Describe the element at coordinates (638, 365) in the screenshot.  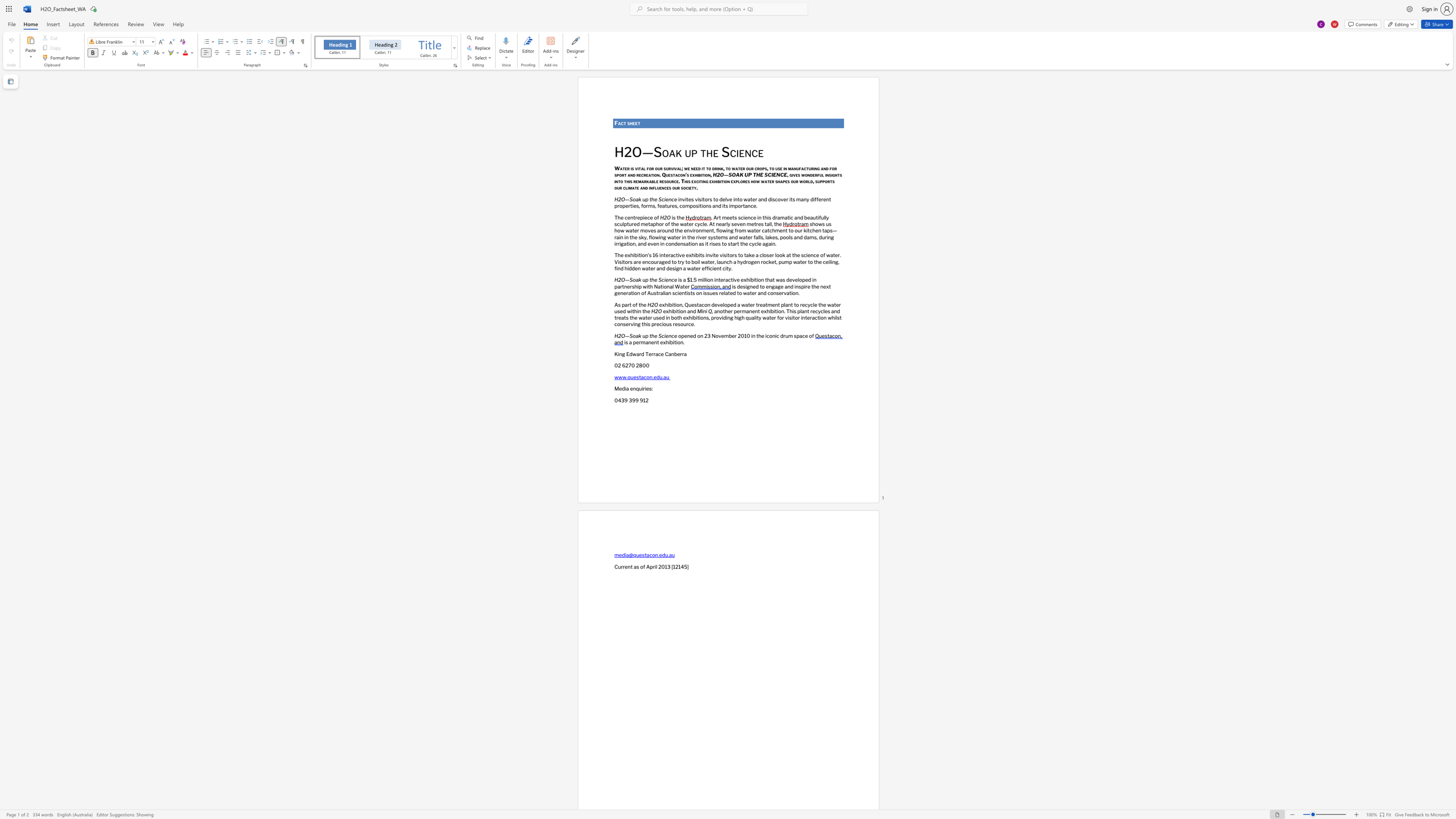
I see `the subset text "80" within the text "02 6270 2800"` at that location.